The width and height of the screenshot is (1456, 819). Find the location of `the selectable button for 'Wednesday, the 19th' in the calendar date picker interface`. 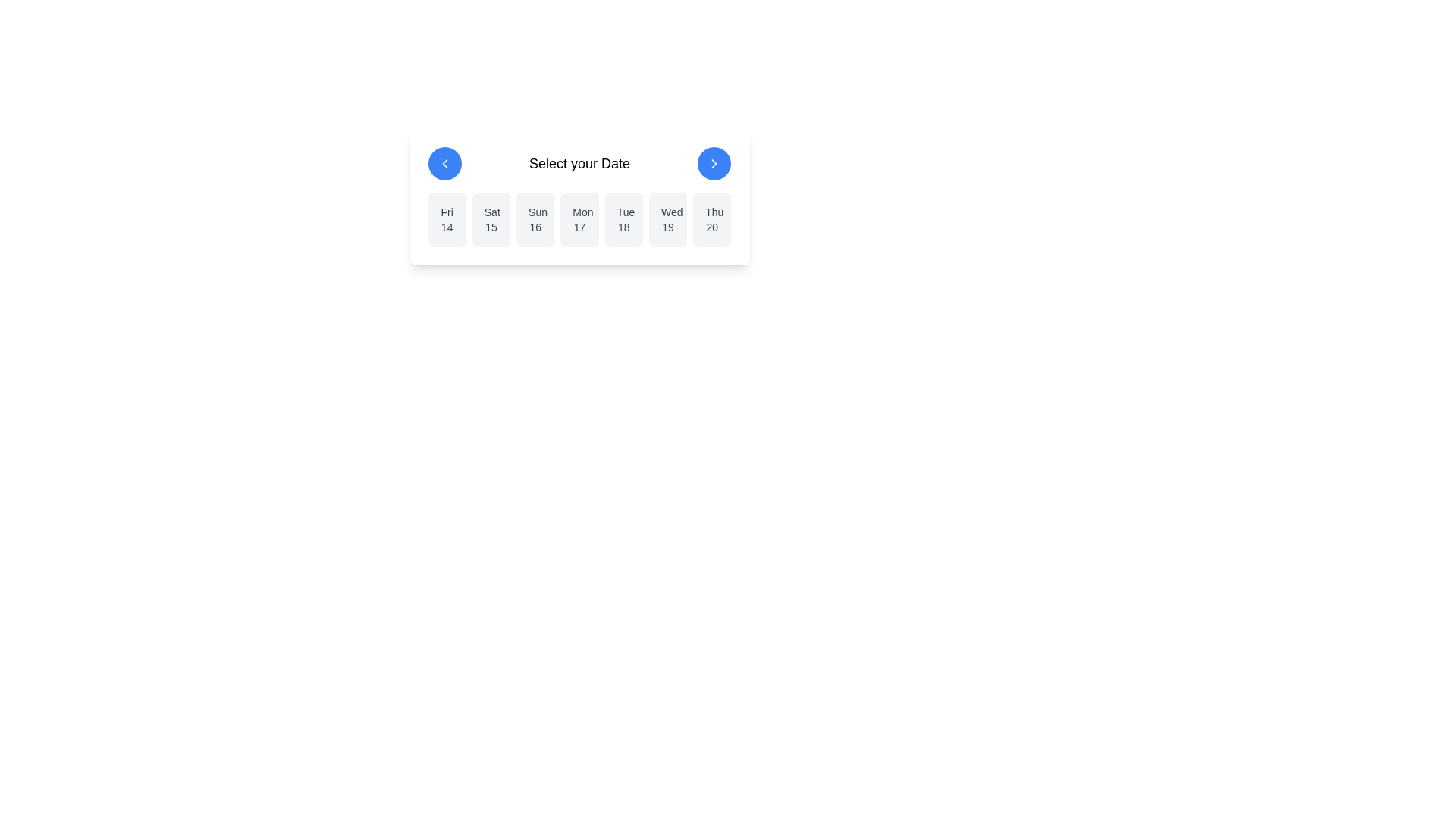

the selectable button for 'Wednesday, the 19th' in the calendar date picker interface is located at coordinates (667, 219).